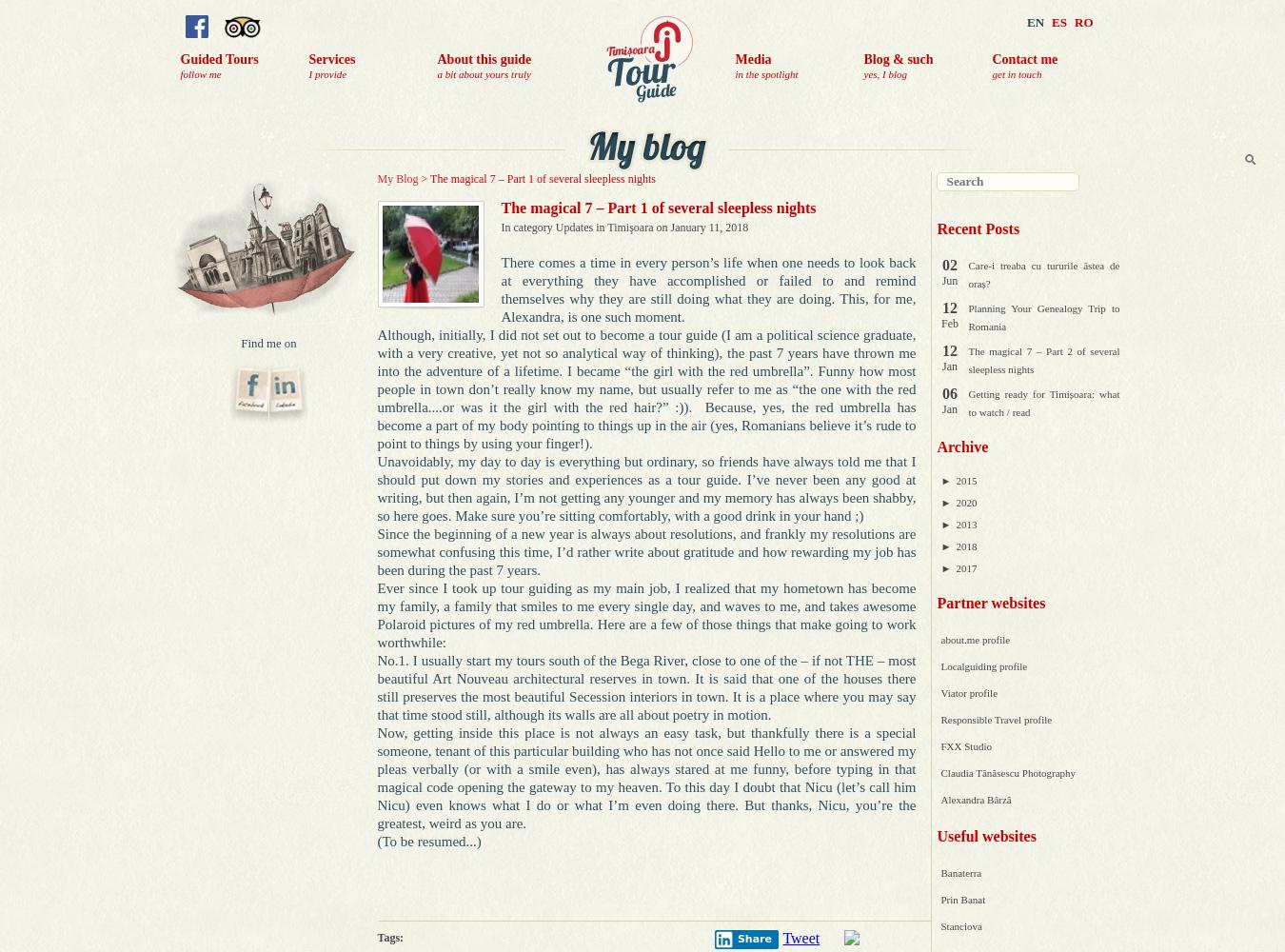 The width and height of the screenshot is (1285, 952). What do you see at coordinates (537, 179) in the screenshot?
I see `'> The magical 7 – Part 1 of several sleepless nights'` at bounding box center [537, 179].